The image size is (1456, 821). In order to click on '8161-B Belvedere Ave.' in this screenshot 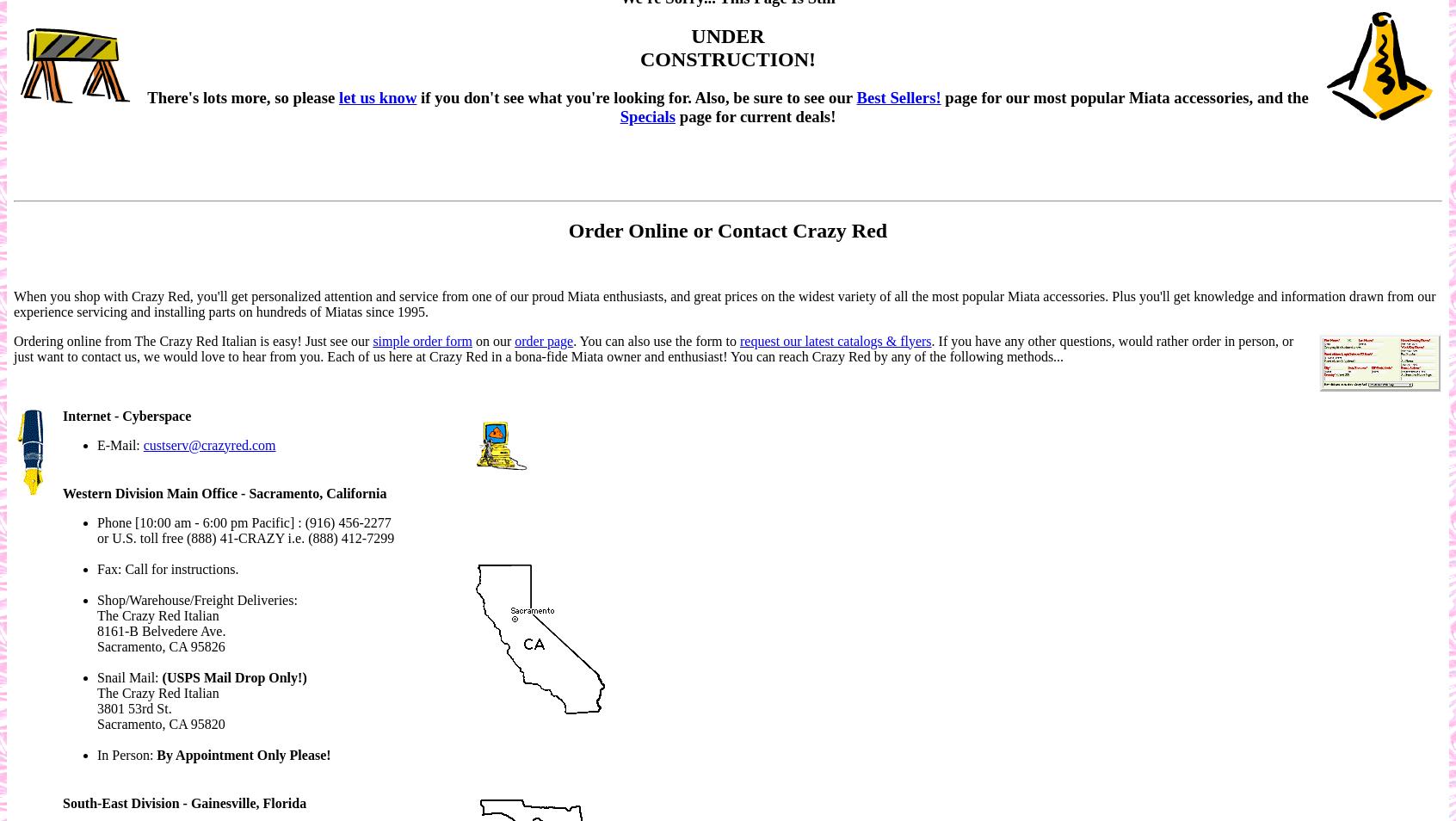, I will do `click(160, 630)`.